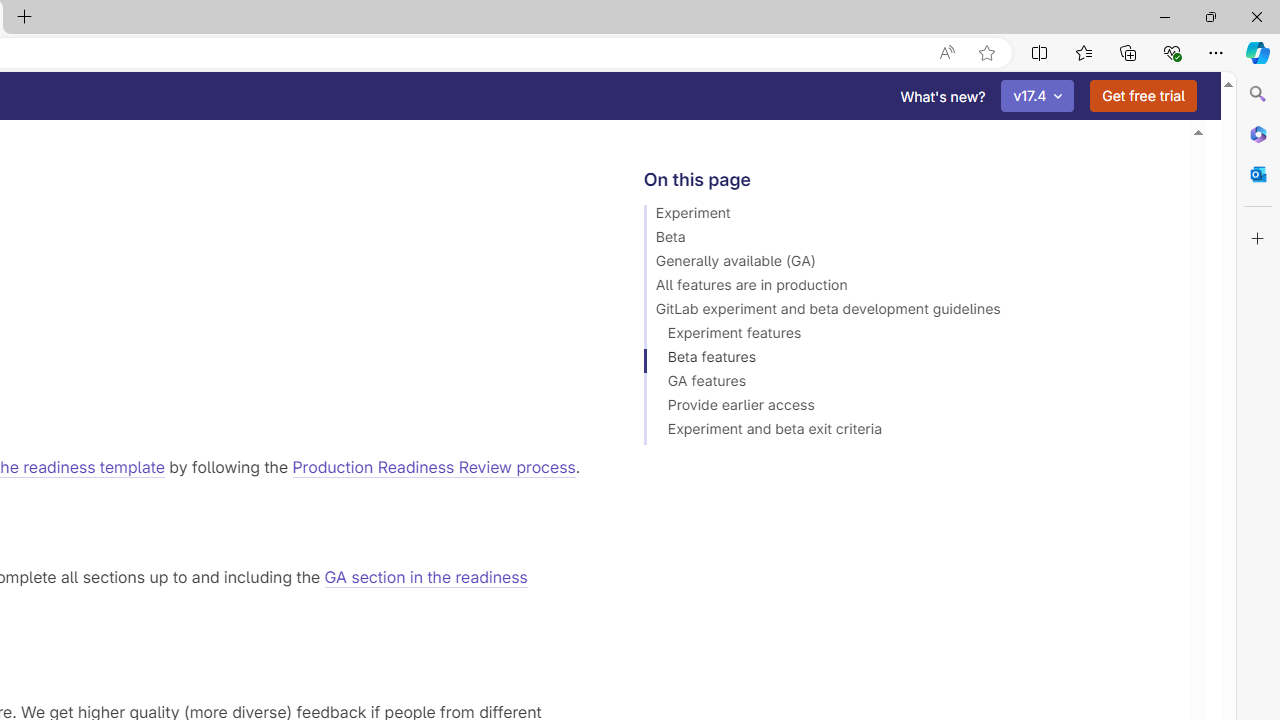 The image size is (1280, 720). What do you see at coordinates (907, 407) in the screenshot?
I see `'Provide earlier access'` at bounding box center [907, 407].